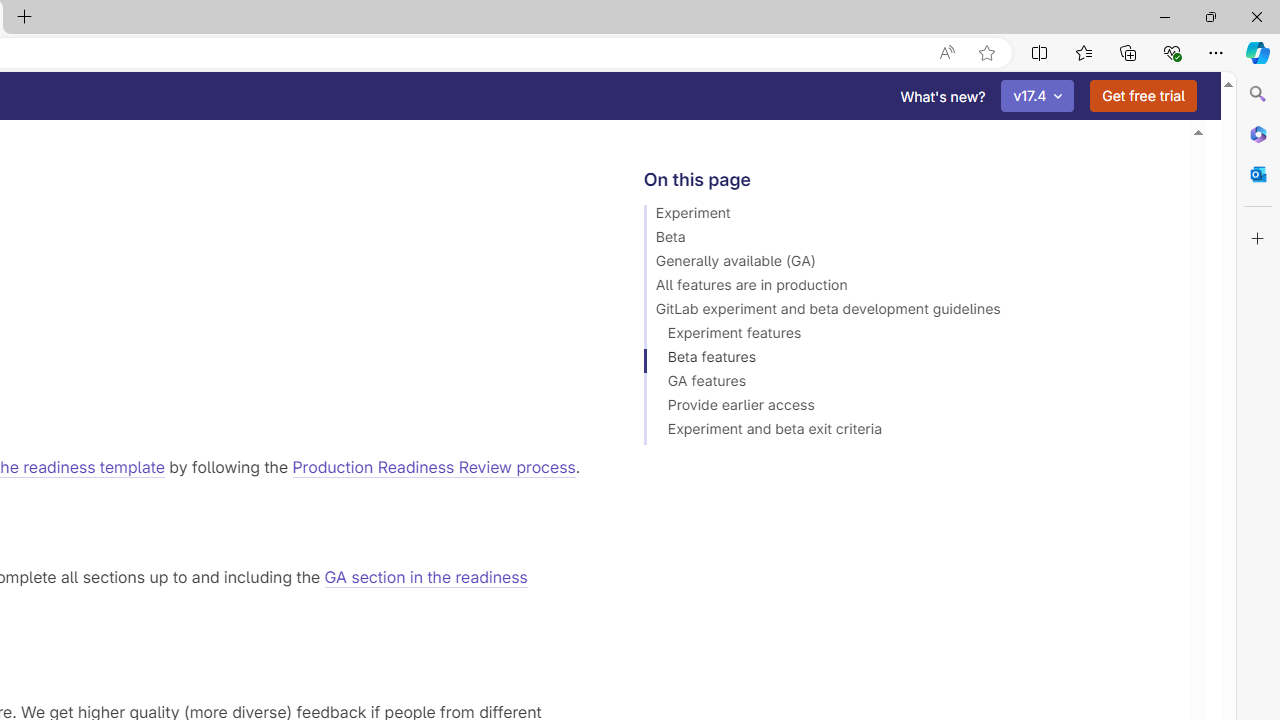 The image size is (1280, 720). What do you see at coordinates (907, 407) in the screenshot?
I see `'Provide earlier access'` at bounding box center [907, 407].